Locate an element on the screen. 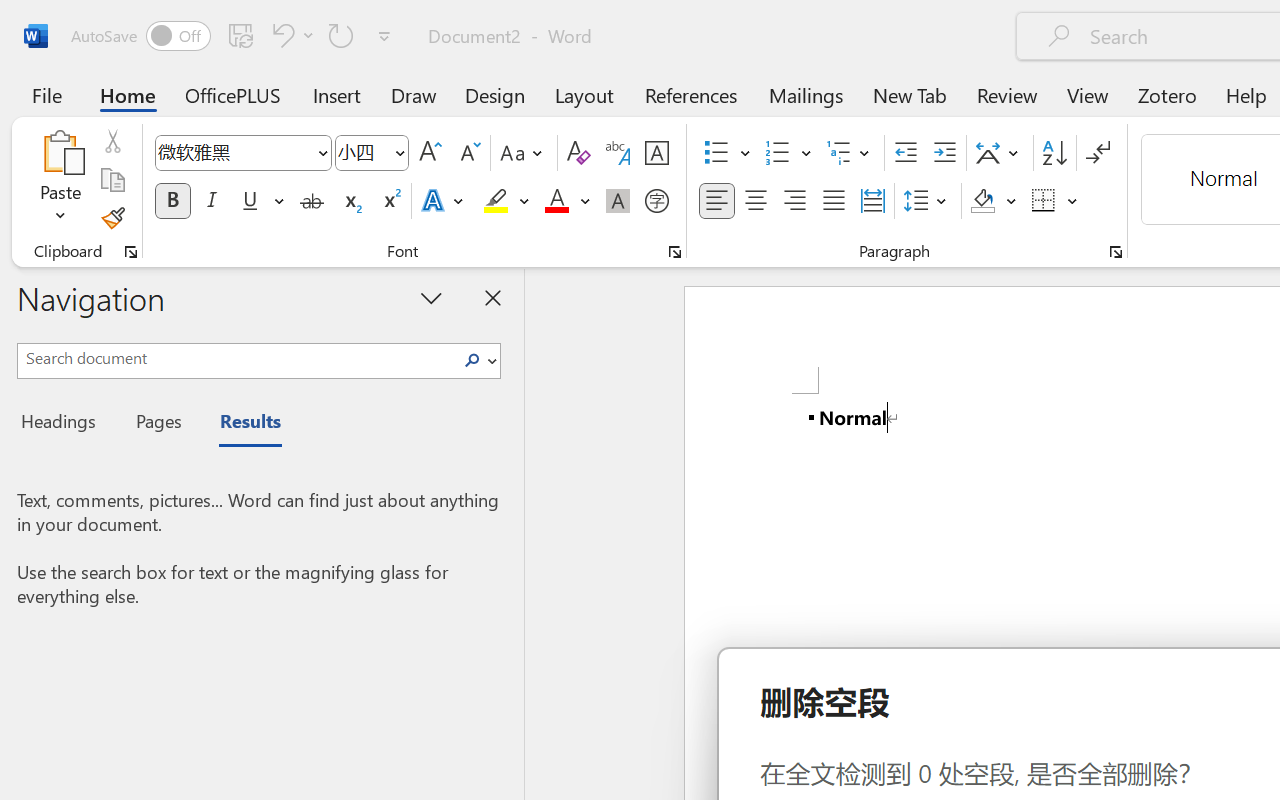  'Task Pane Options' is located at coordinates (431, 297).